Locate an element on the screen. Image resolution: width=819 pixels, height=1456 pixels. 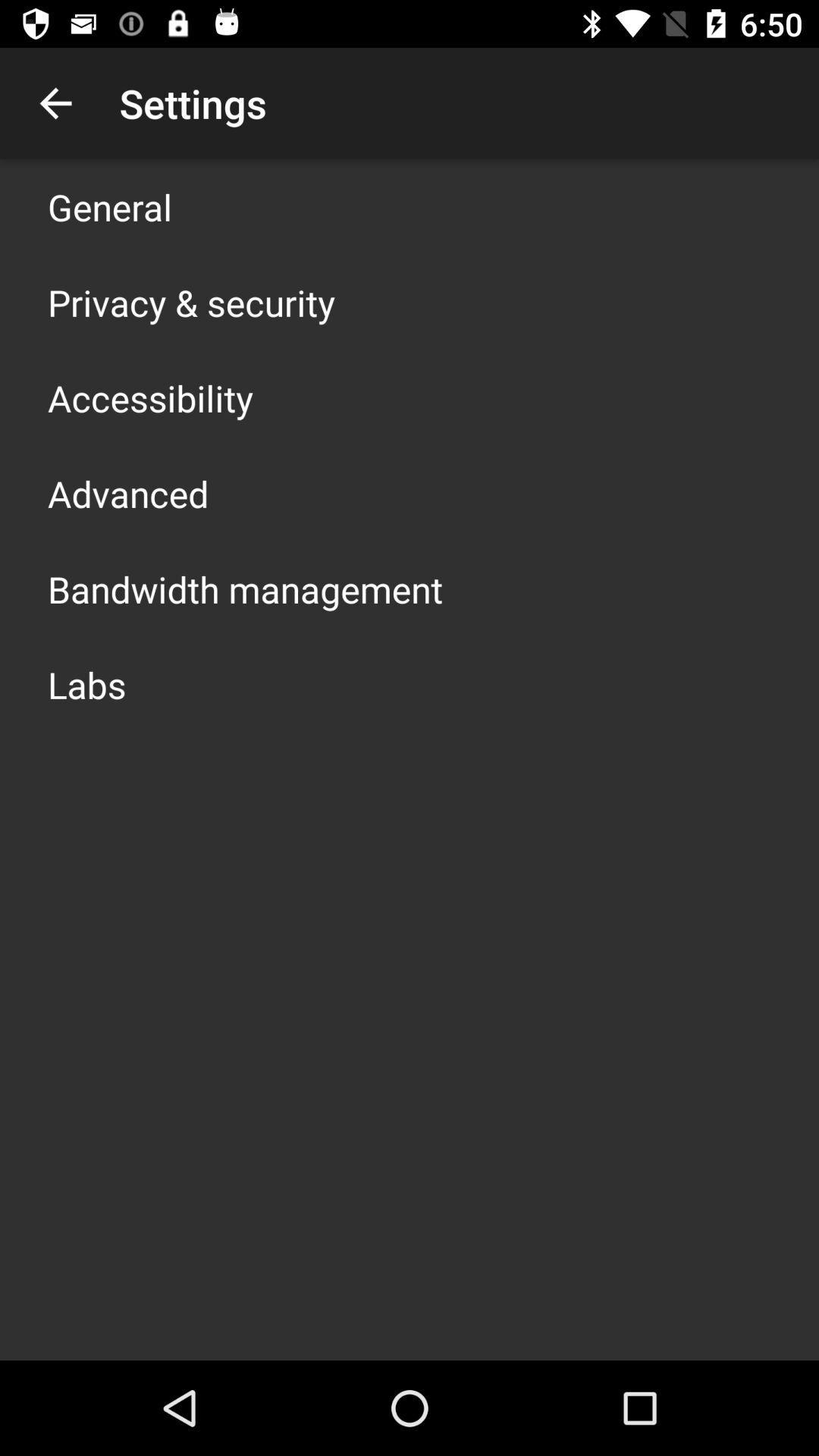
labs icon is located at coordinates (86, 683).